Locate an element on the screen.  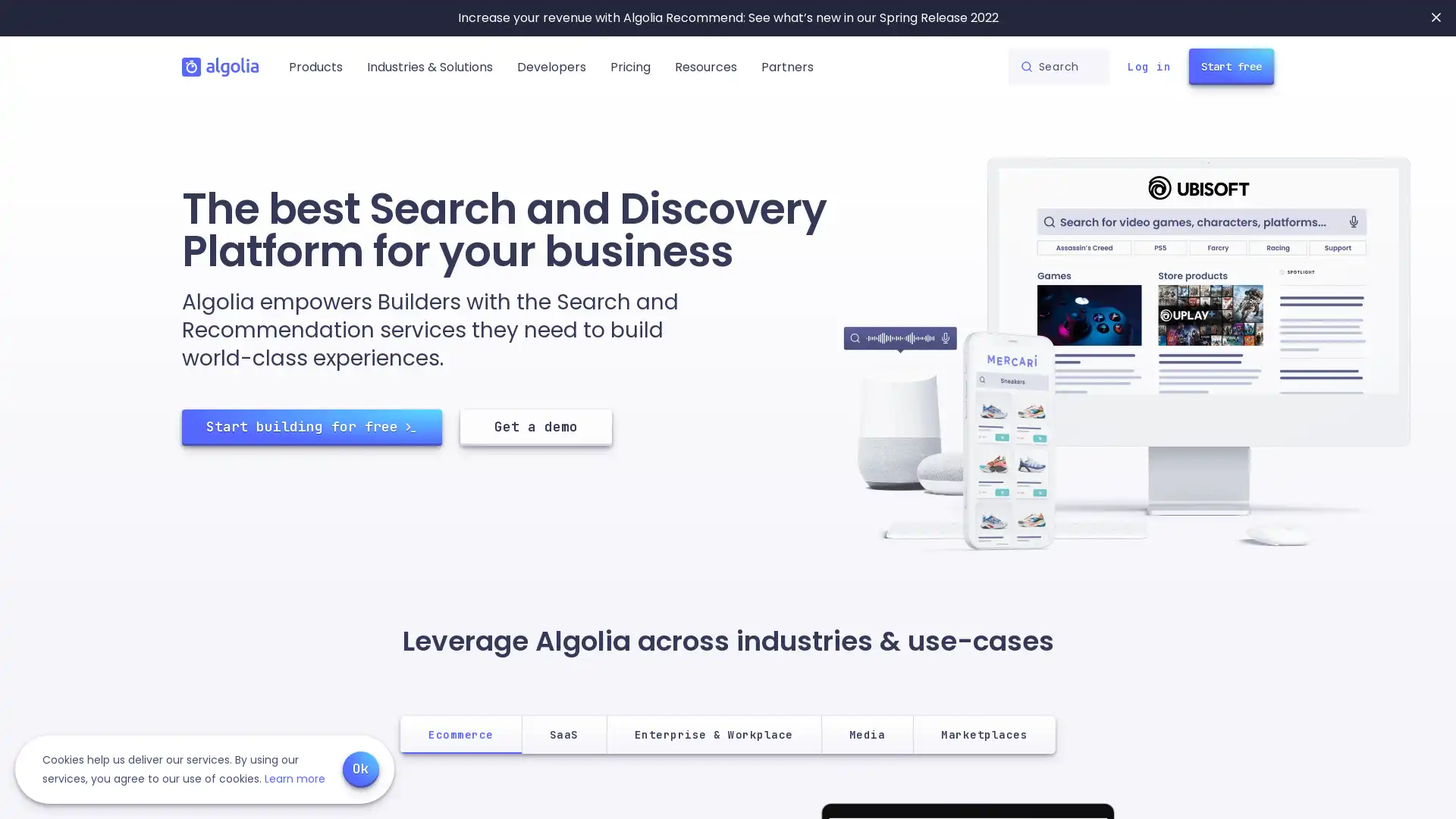
Partners is located at coordinates (787, 66).